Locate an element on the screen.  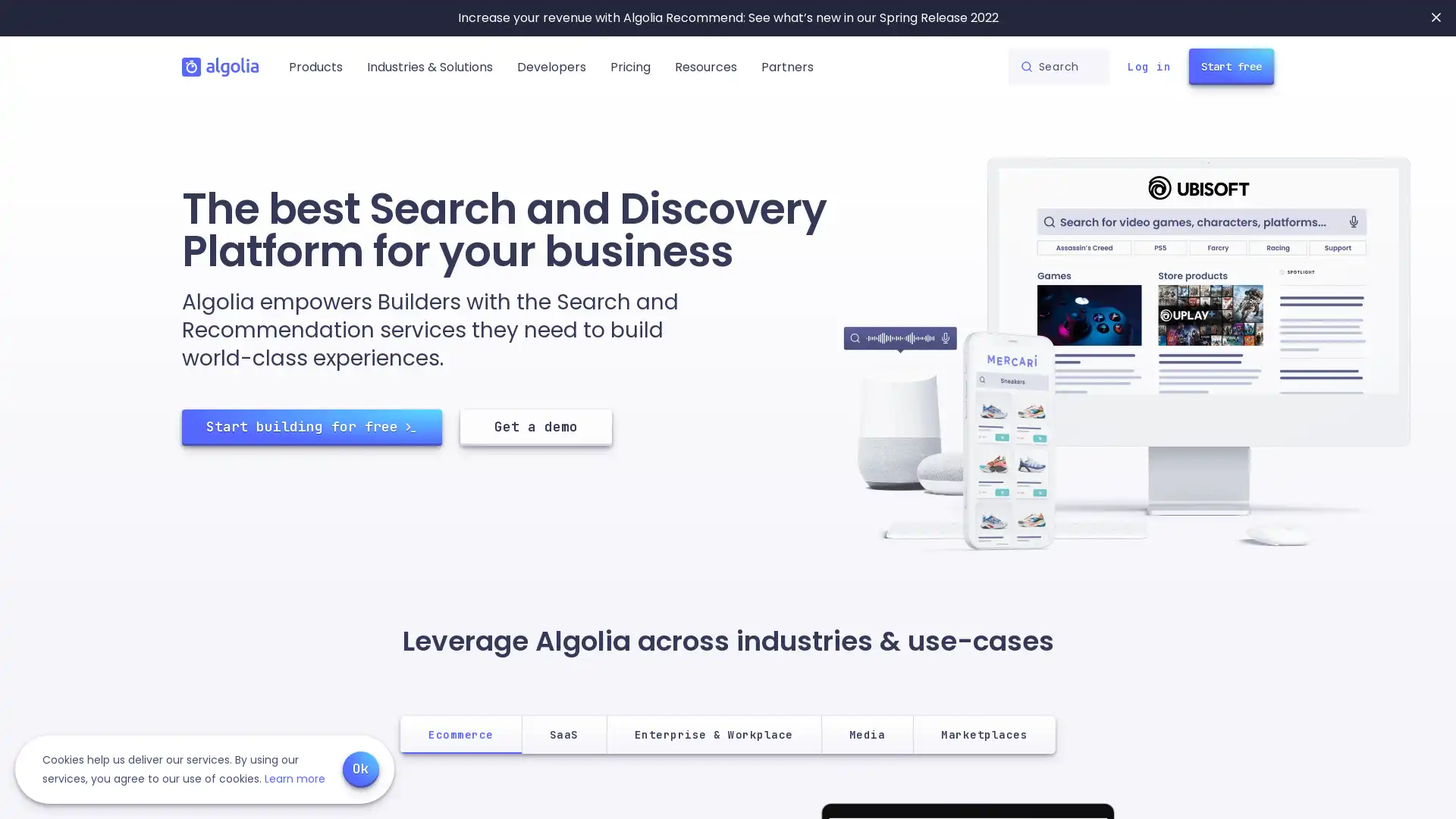
Partners is located at coordinates (787, 66).